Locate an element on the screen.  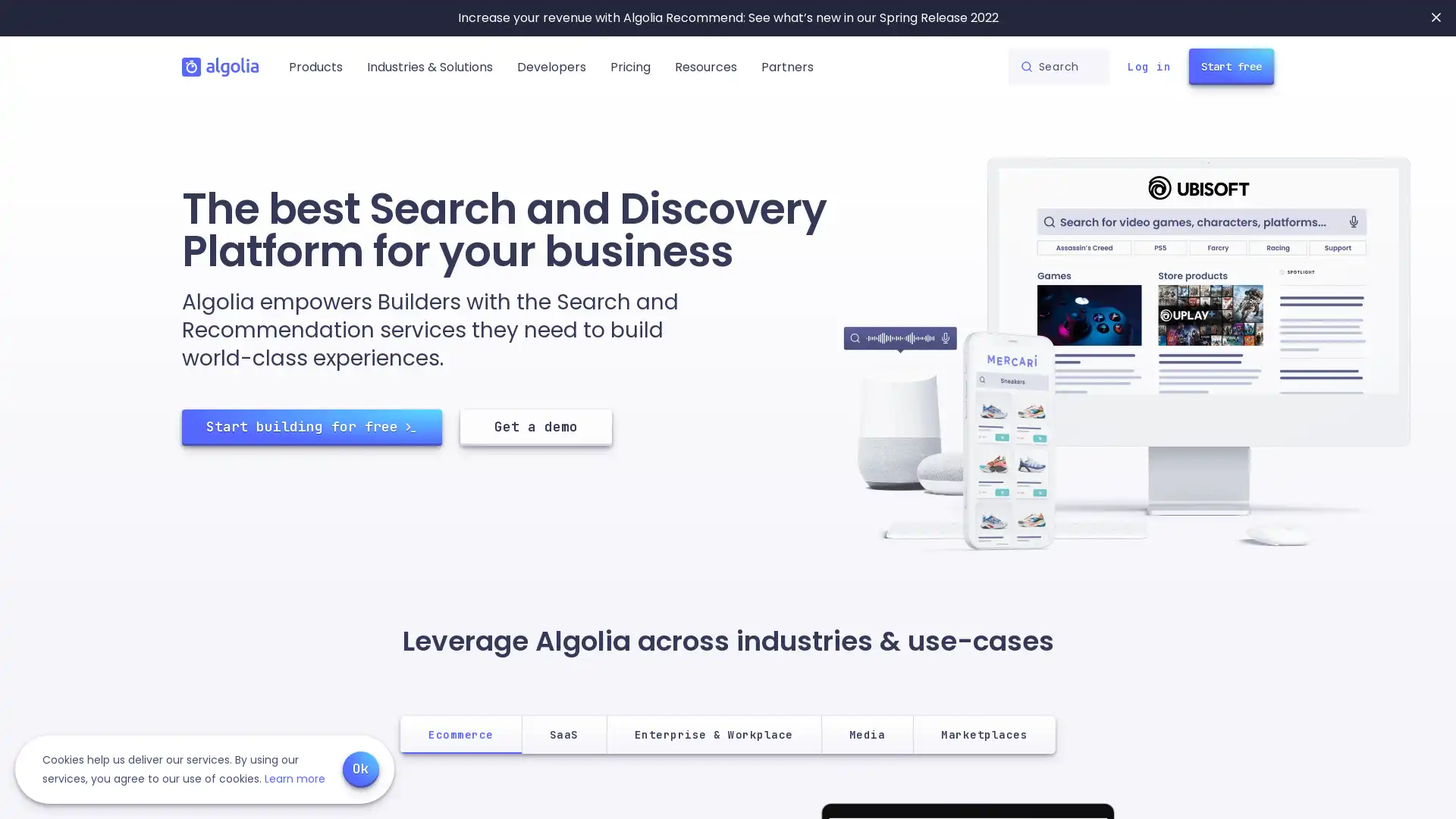
Partners is located at coordinates (787, 66).